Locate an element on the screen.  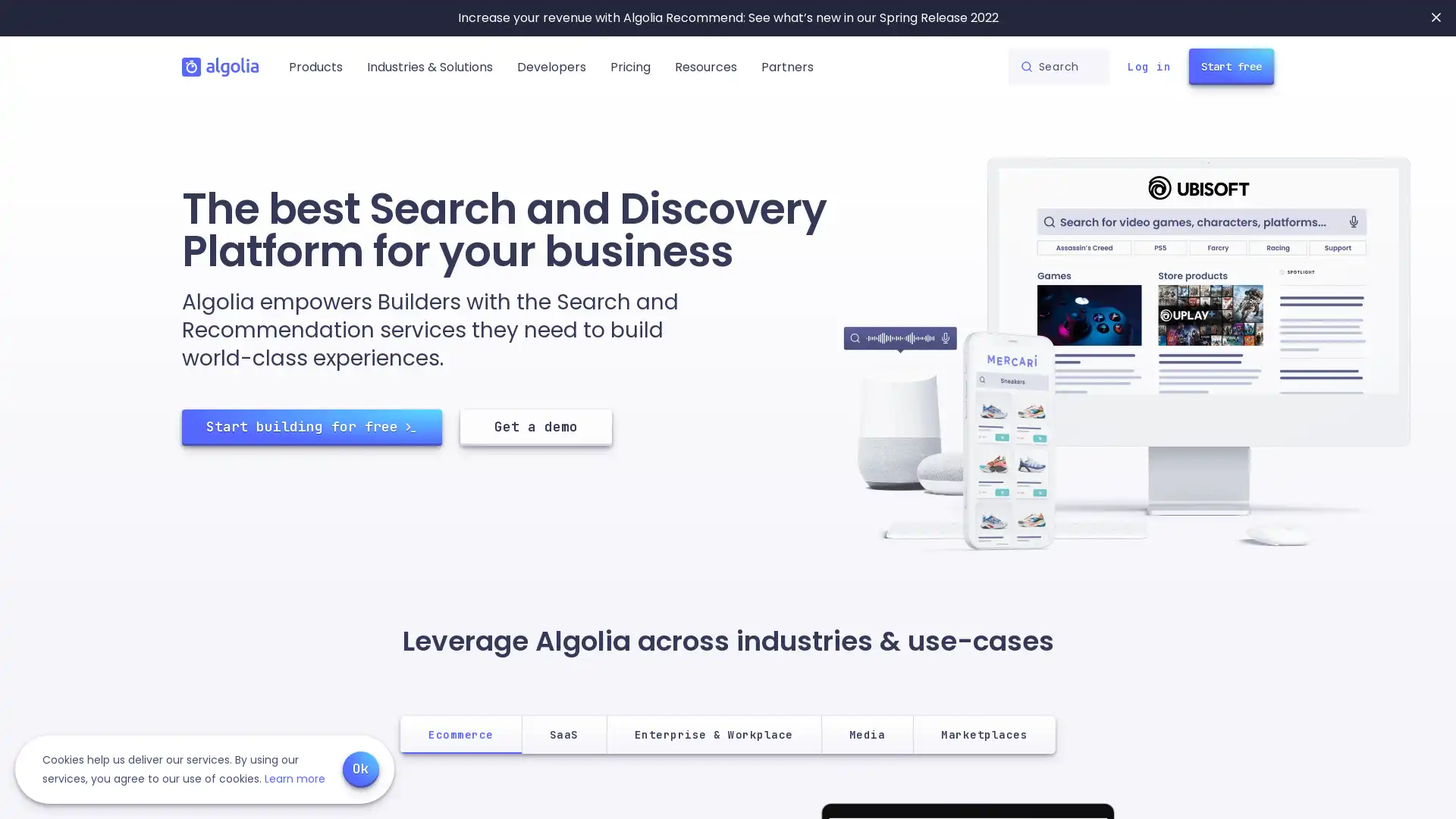
Partners is located at coordinates (787, 66).